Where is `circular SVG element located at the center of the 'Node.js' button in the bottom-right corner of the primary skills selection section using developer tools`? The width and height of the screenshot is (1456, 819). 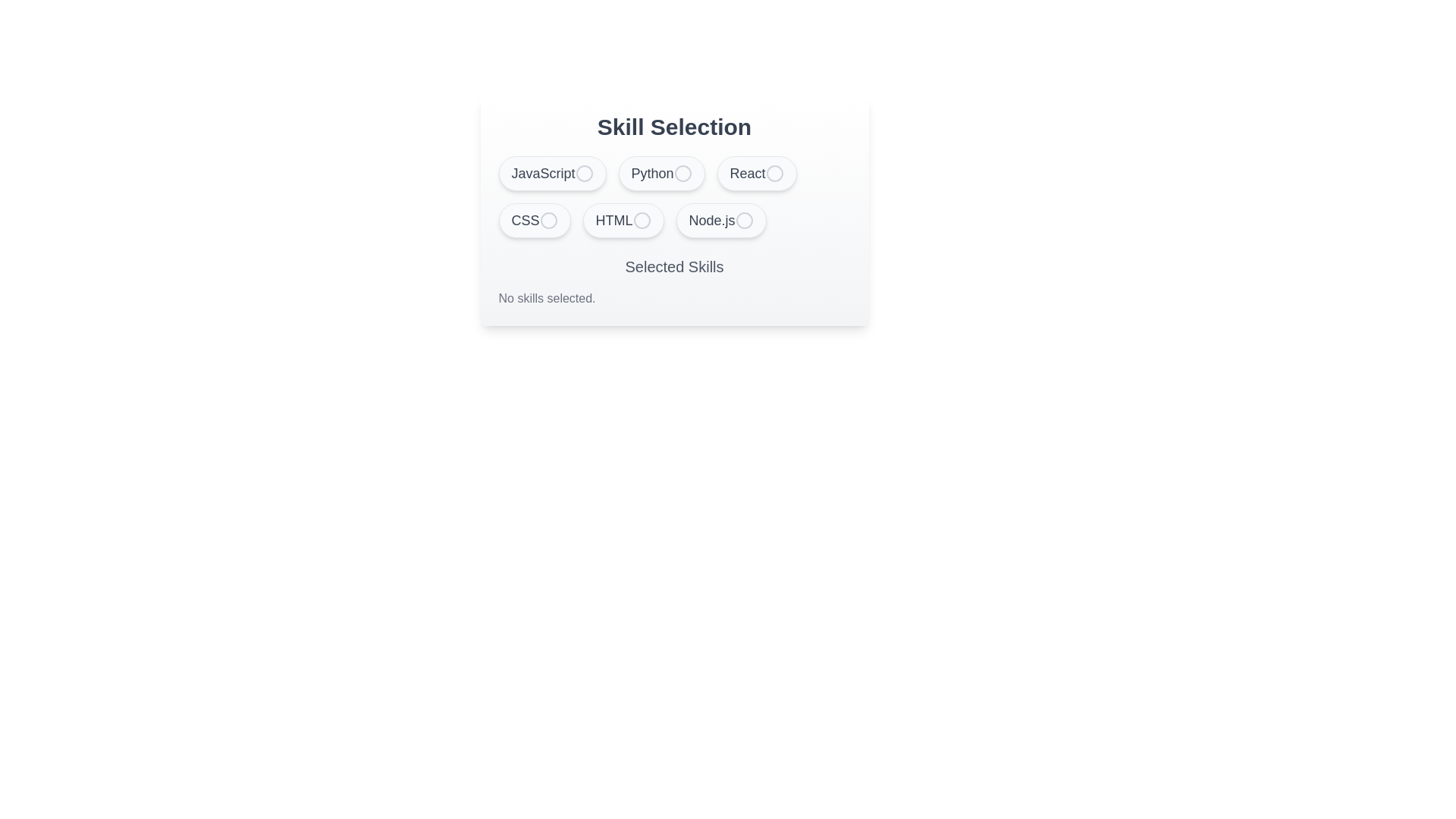 circular SVG element located at the center of the 'Node.js' button in the bottom-right corner of the primary skills selection section using developer tools is located at coordinates (744, 220).